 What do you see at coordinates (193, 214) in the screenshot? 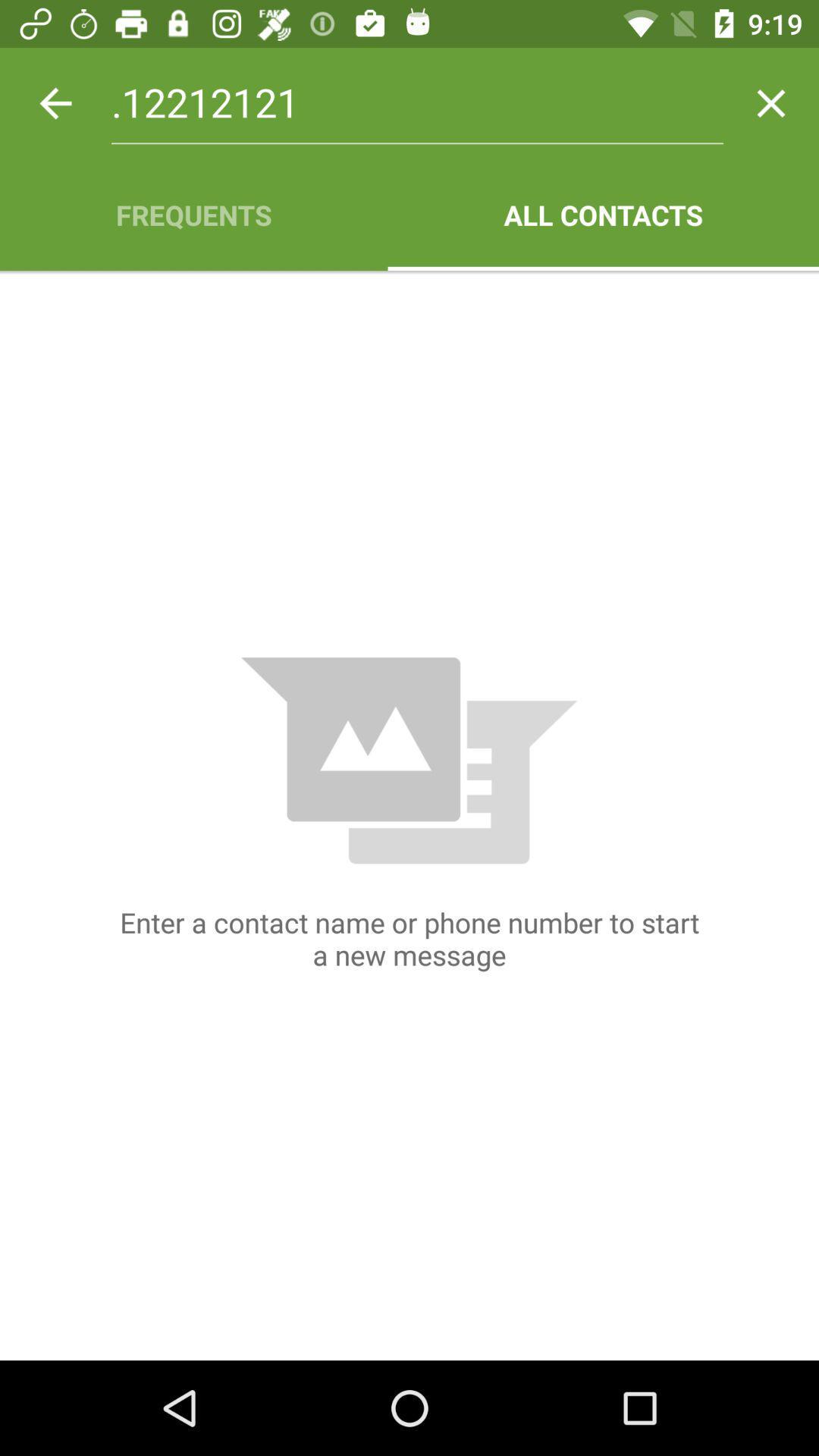
I see `the item next to the all contacts item` at bounding box center [193, 214].